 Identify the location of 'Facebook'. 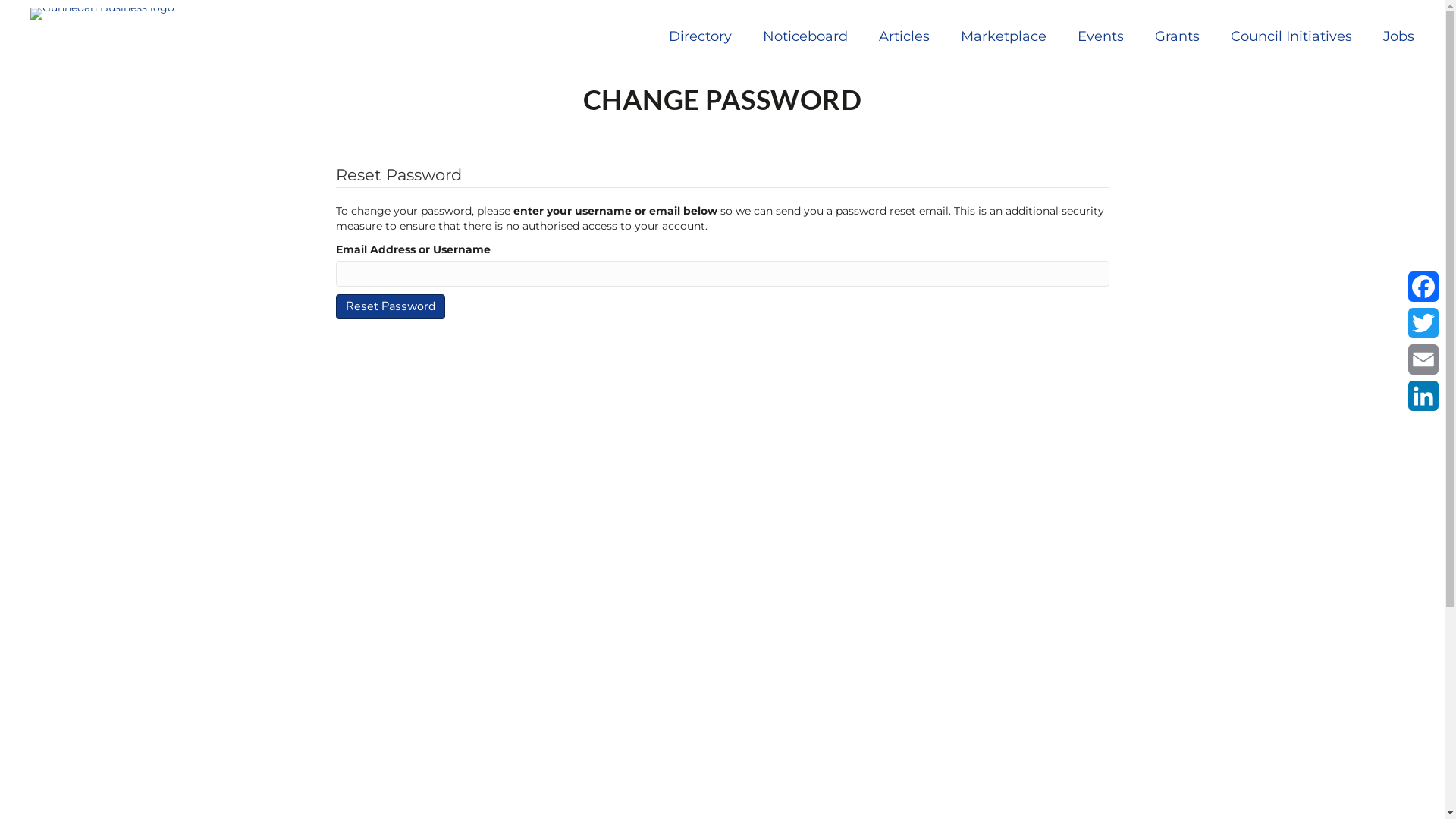
(1404, 287).